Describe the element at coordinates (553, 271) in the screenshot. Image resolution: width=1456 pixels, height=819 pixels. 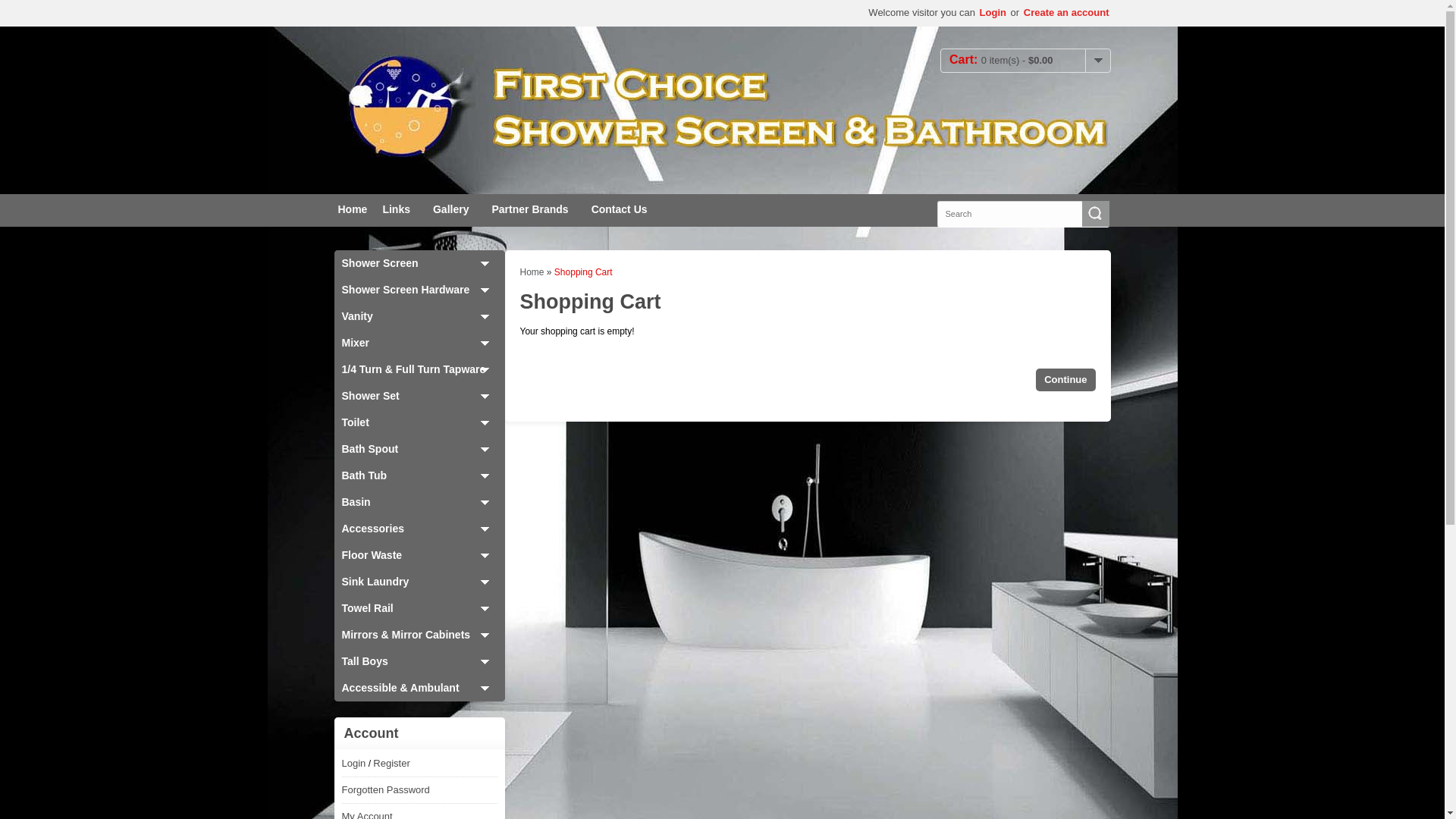
I see `'Shopping Cart'` at that location.